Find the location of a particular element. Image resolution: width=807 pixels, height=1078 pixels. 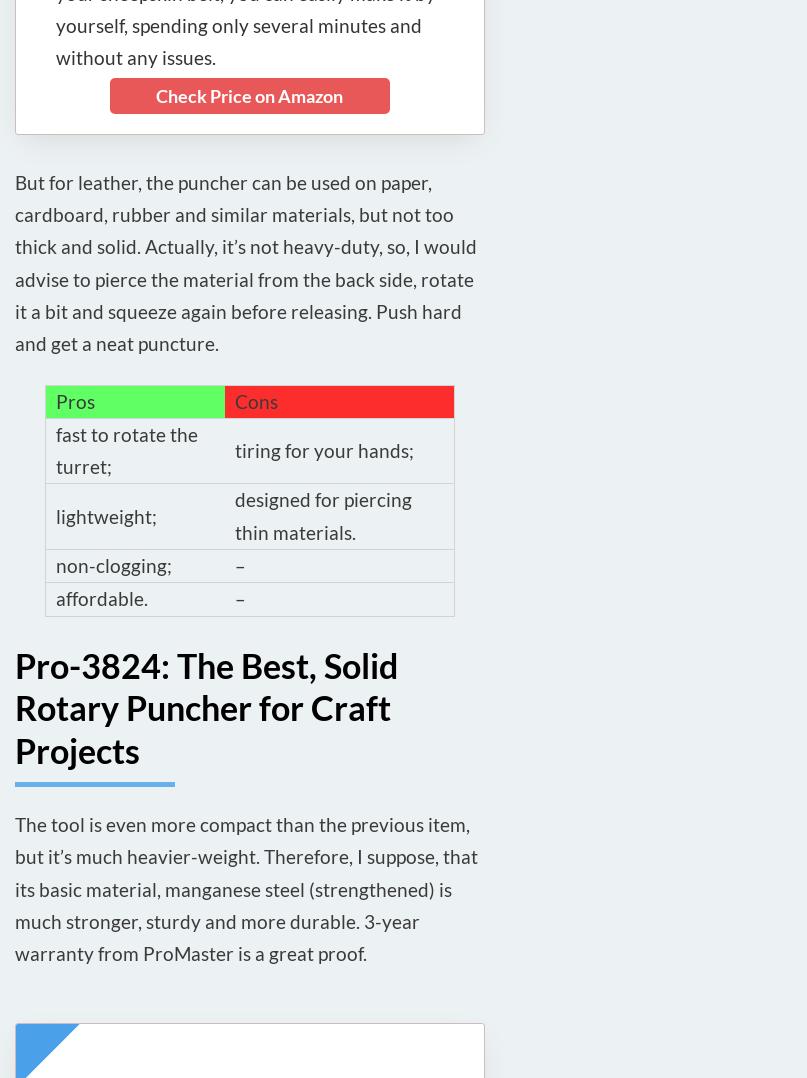

'affordable.' is located at coordinates (56, 598).